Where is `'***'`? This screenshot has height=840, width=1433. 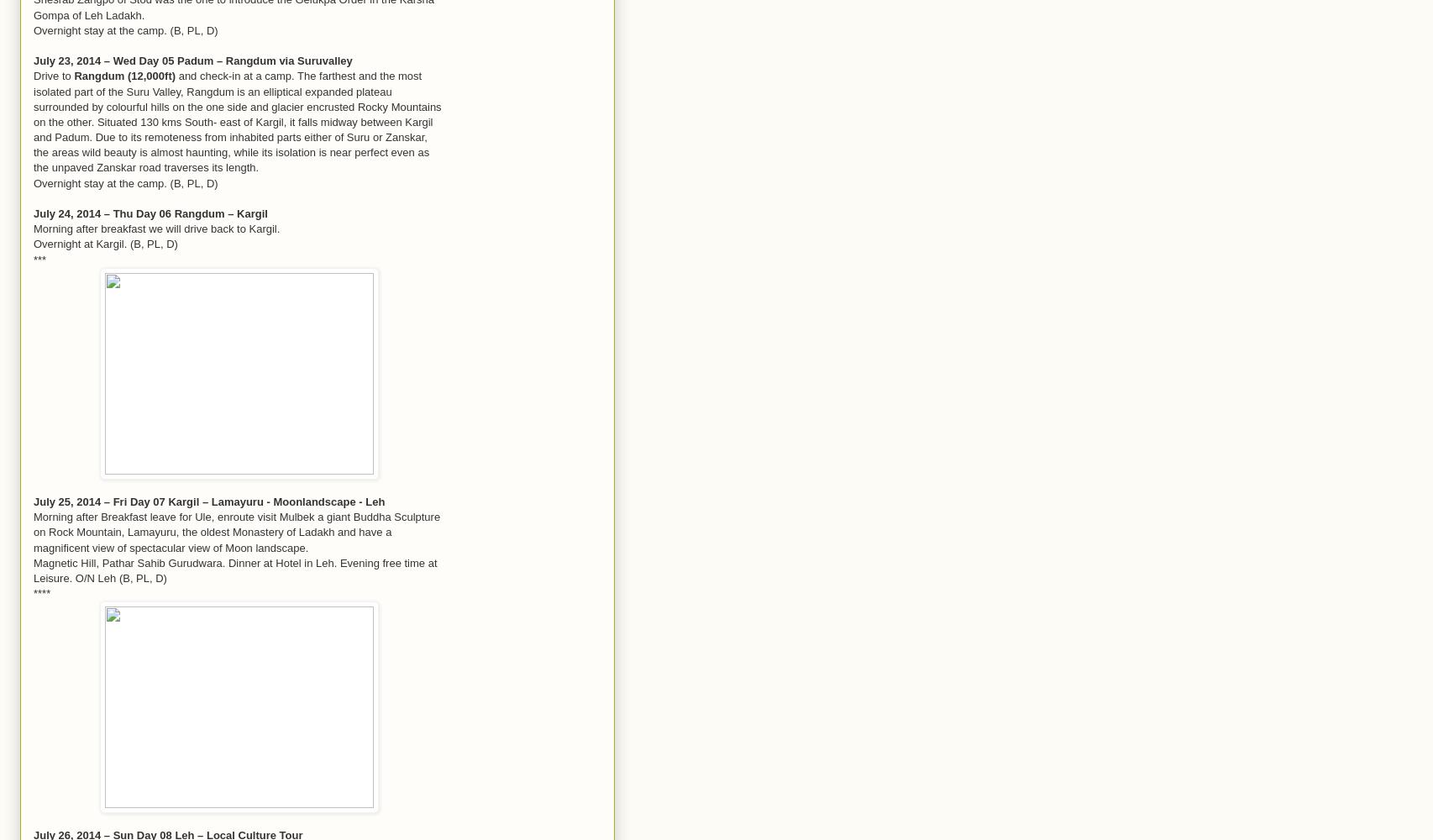 '***' is located at coordinates (39, 259).